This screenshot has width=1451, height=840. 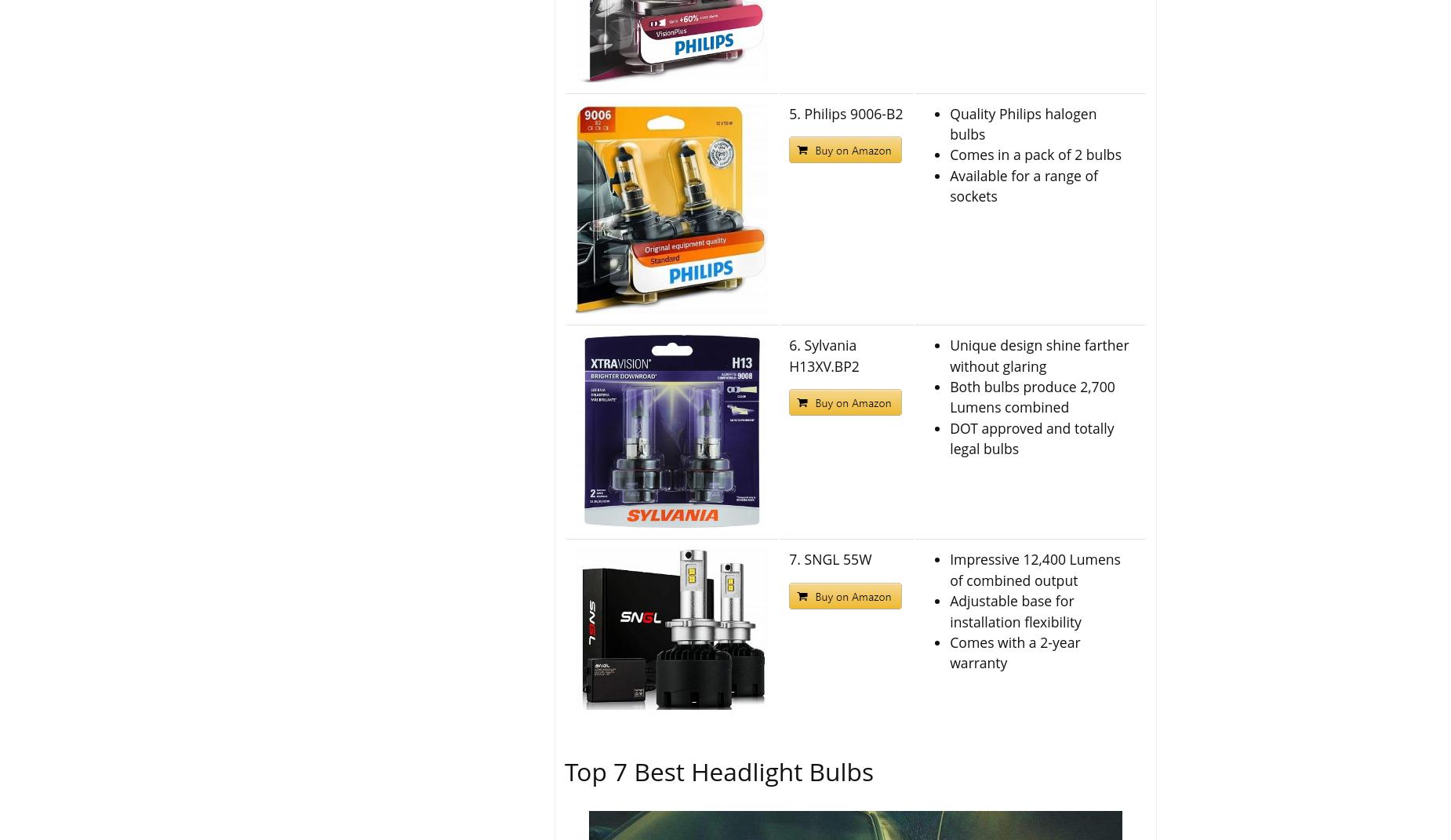 What do you see at coordinates (1014, 610) in the screenshot?
I see `'Adjustable base for installation flexibility'` at bounding box center [1014, 610].